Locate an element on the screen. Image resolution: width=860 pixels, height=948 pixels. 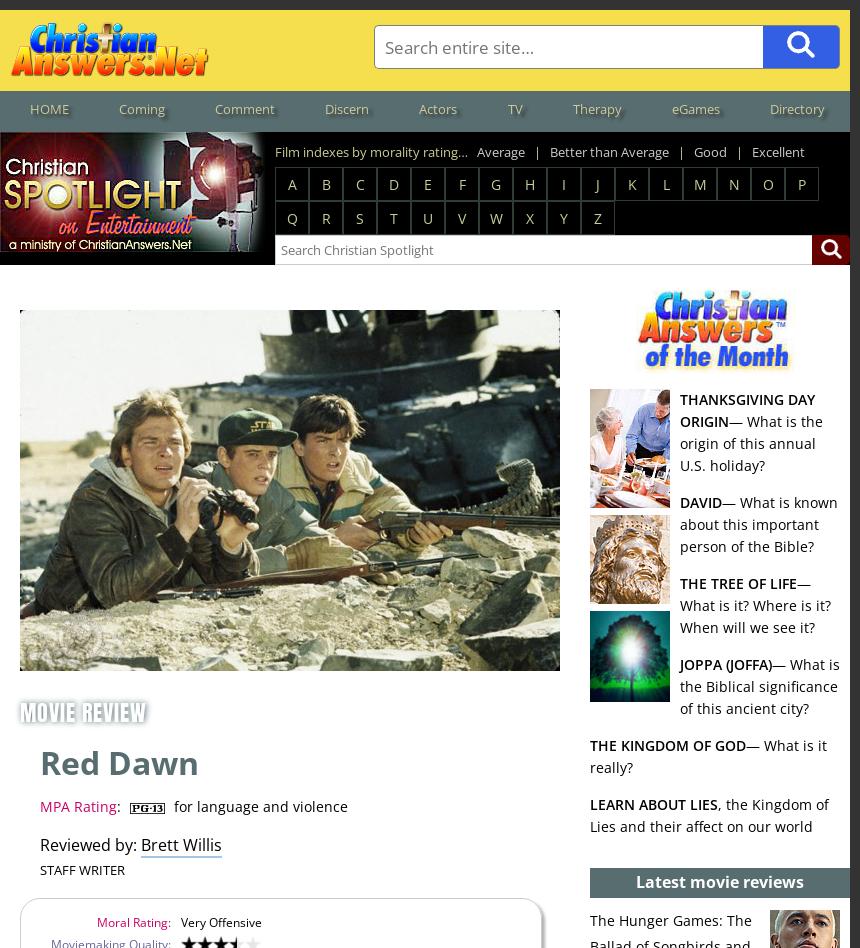
'JOPPA (JOFFA)' is located at coordinates (725, 662).